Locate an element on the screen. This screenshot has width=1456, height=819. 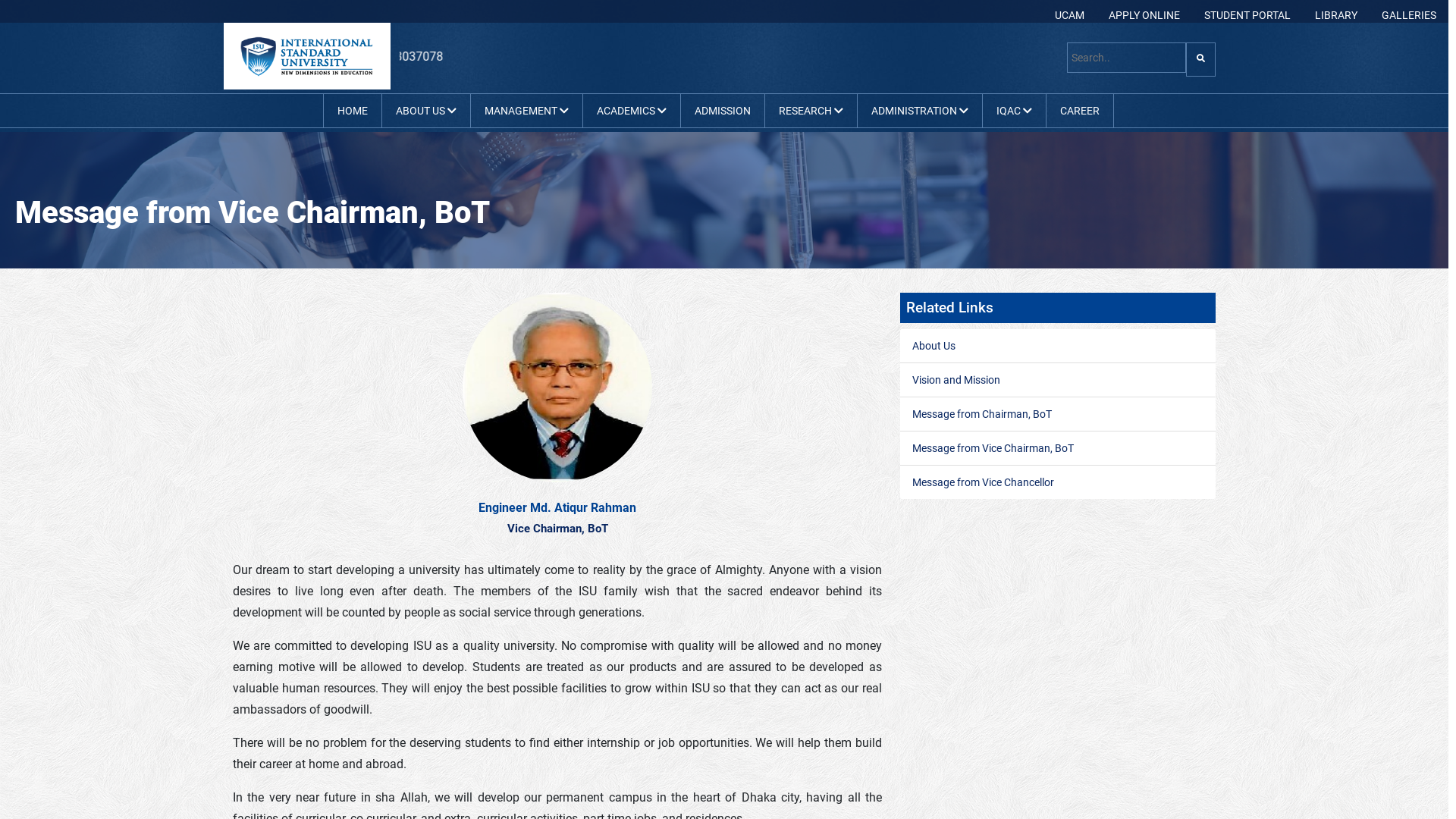
'Message from Vice Chancellor' is located at coordinates (983, 482).